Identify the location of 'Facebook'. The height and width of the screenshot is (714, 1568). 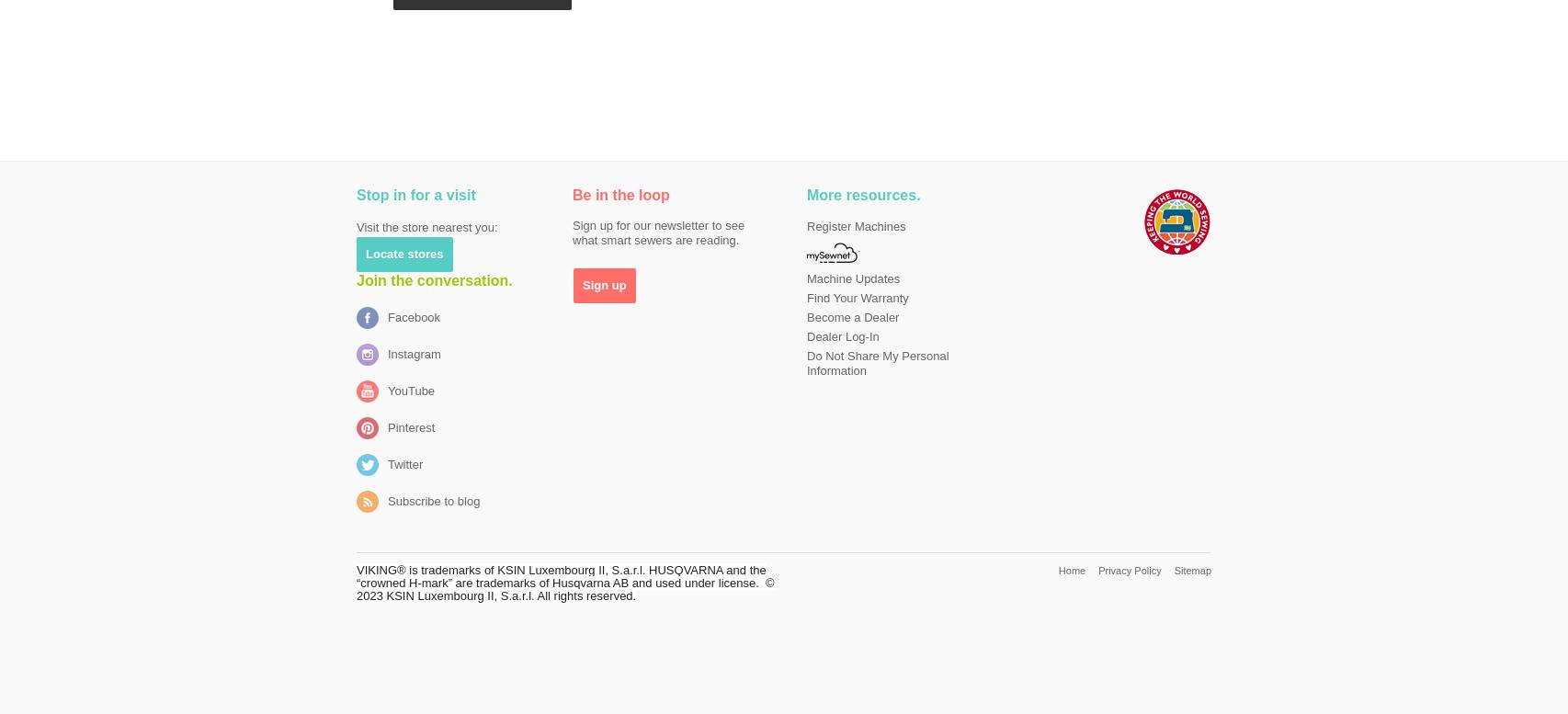
(388, 317).